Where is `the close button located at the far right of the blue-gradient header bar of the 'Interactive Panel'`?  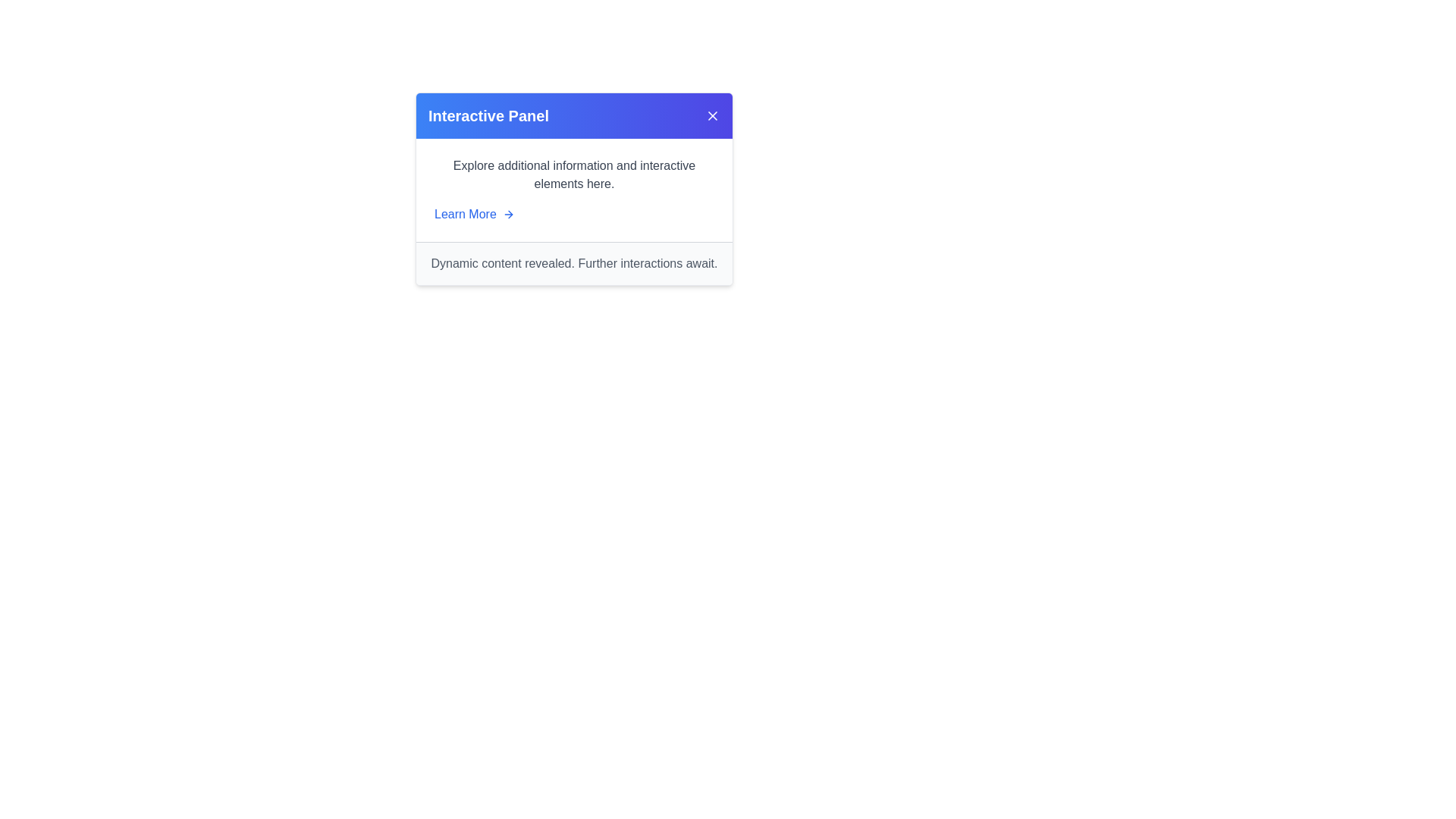
the close button located at the far right of the blue-gradient header bar of the 'Interactive Panel' is located at coordinates (712, 115).